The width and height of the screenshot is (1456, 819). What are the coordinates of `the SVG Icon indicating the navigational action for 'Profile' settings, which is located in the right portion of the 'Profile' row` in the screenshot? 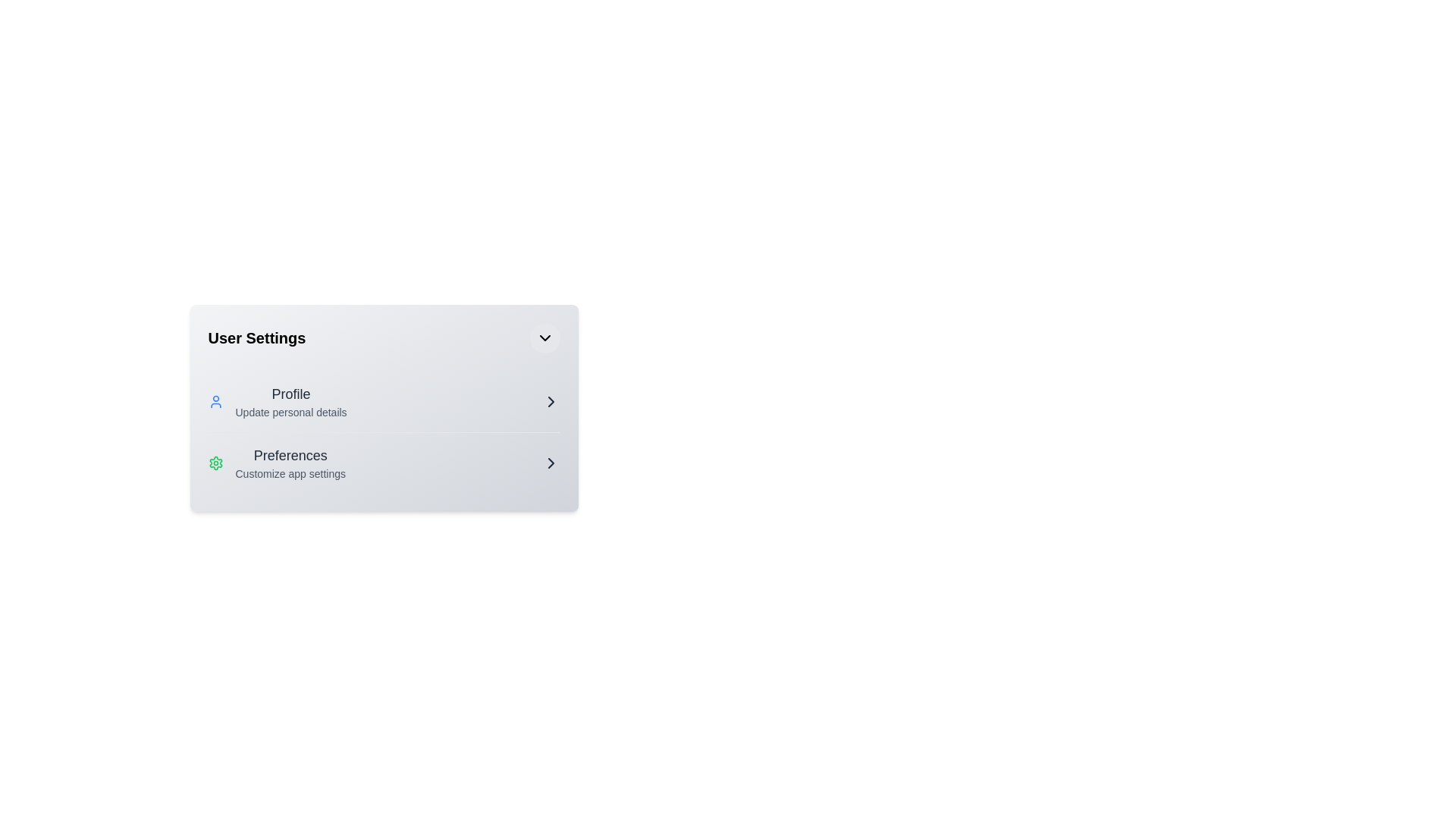 It's located at (550, 400).